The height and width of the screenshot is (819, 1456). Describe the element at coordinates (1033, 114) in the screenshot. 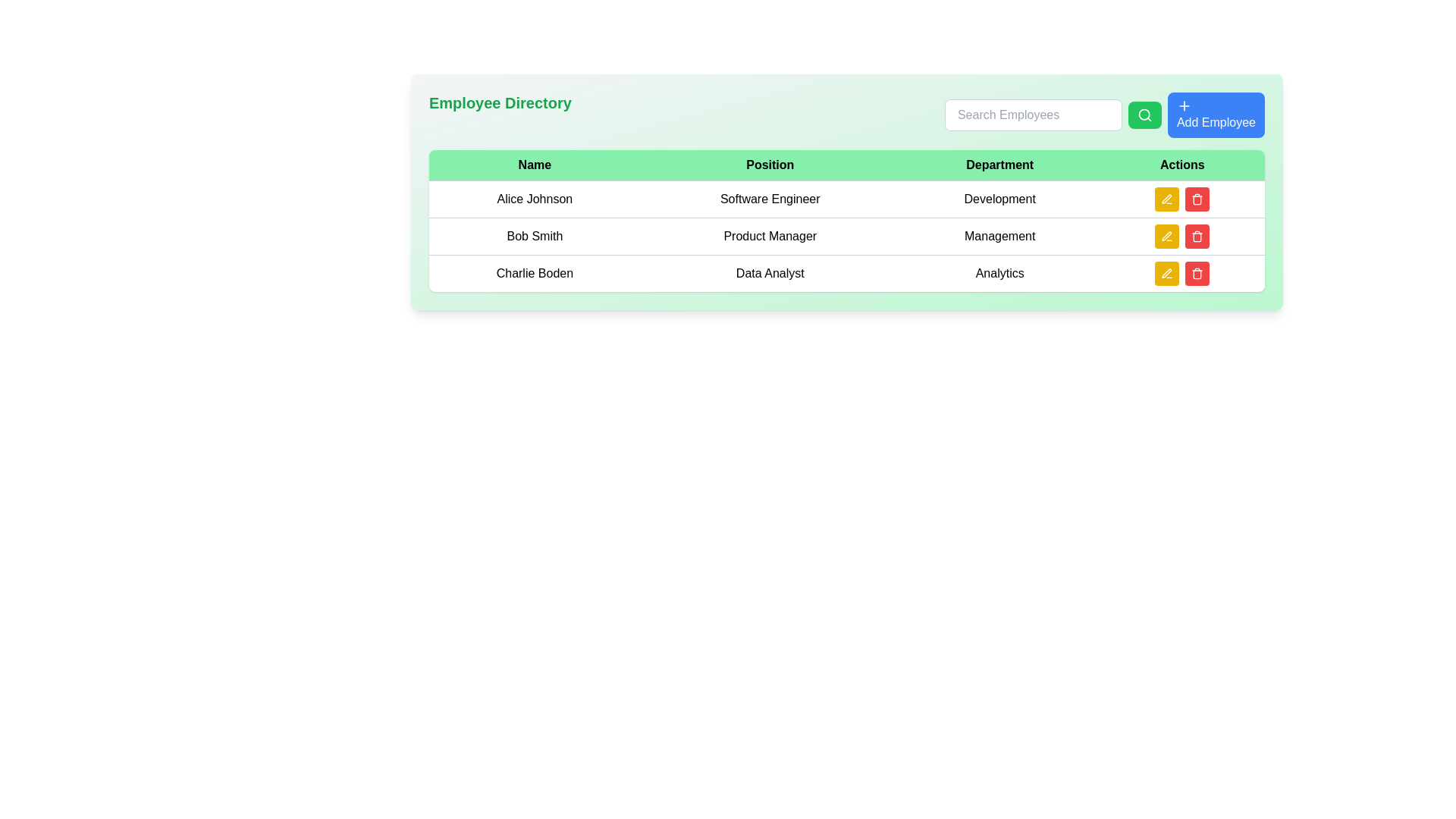

I see `the text input field styled with rounded corners and placeholder text 'Search Employees'` at that location.